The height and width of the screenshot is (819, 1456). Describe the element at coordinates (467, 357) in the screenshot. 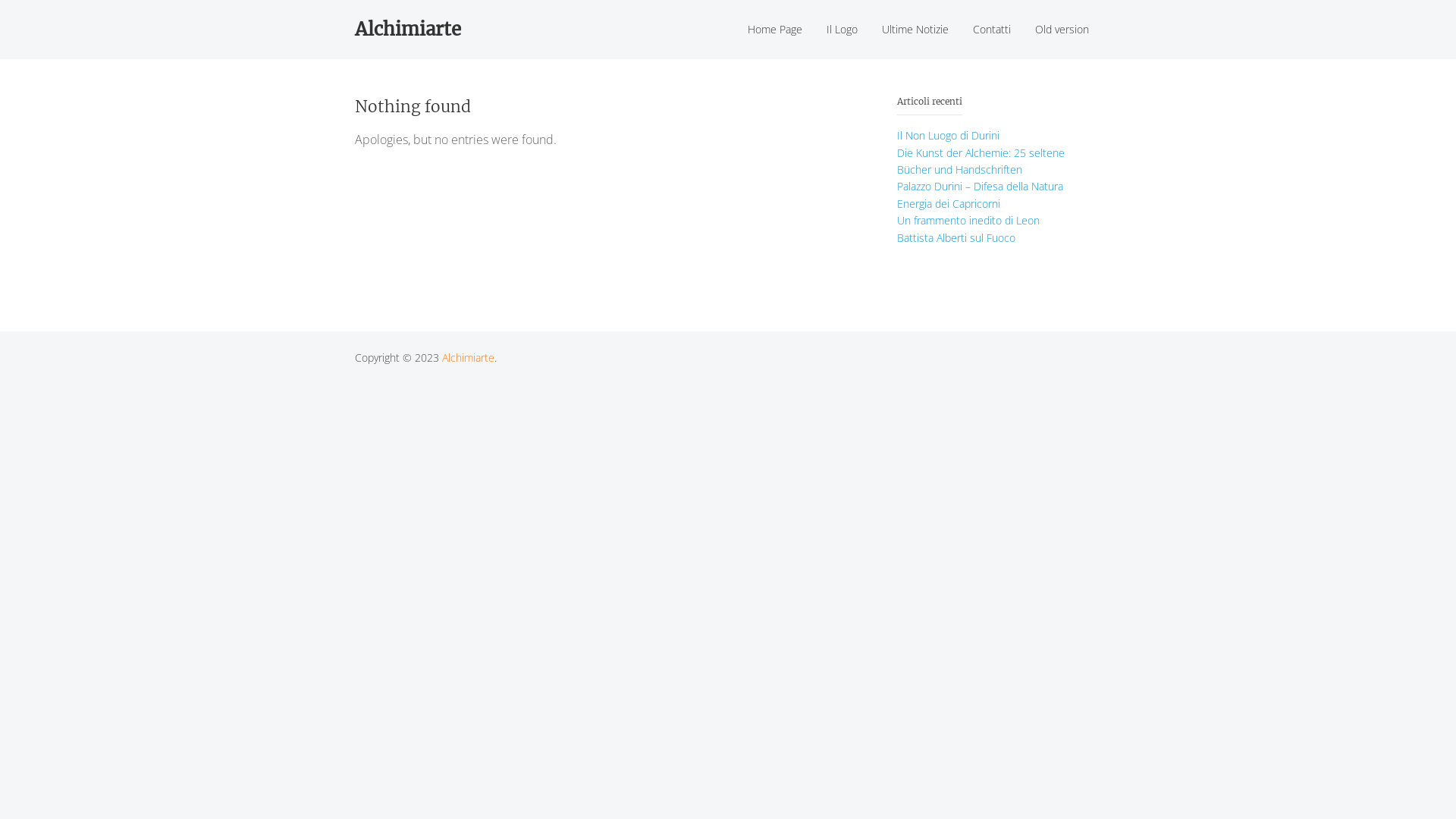

I see `'Alchimiarte'` at that location.